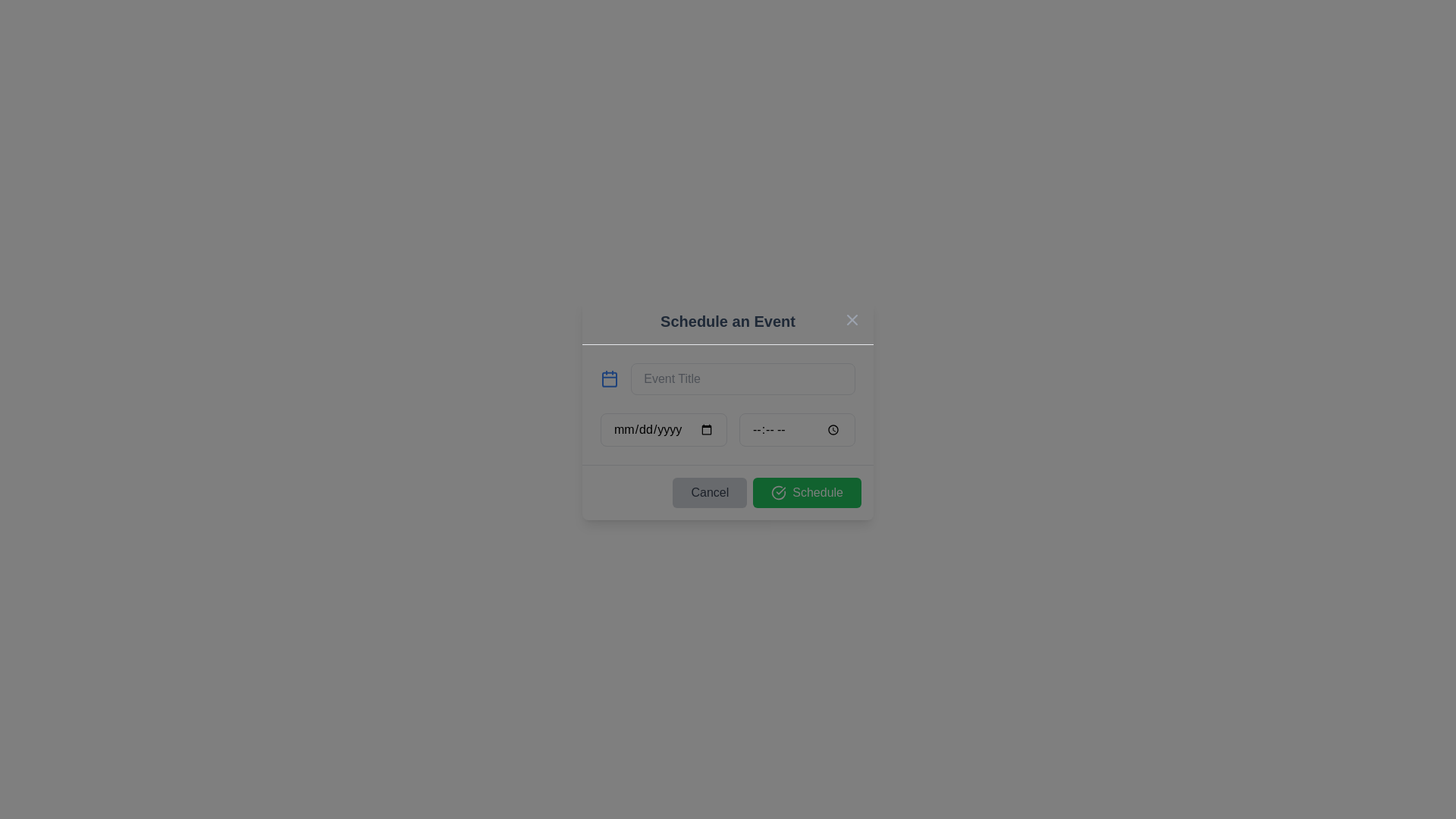  What do you see at coordinates (610, 379) in the screenshot?
I see `the decorative calendar icon located in the upper left section of the 'Schedule an Event' modal dialog, which suggests it may denote a selectable or informative area` at bounding box center [610, 379].